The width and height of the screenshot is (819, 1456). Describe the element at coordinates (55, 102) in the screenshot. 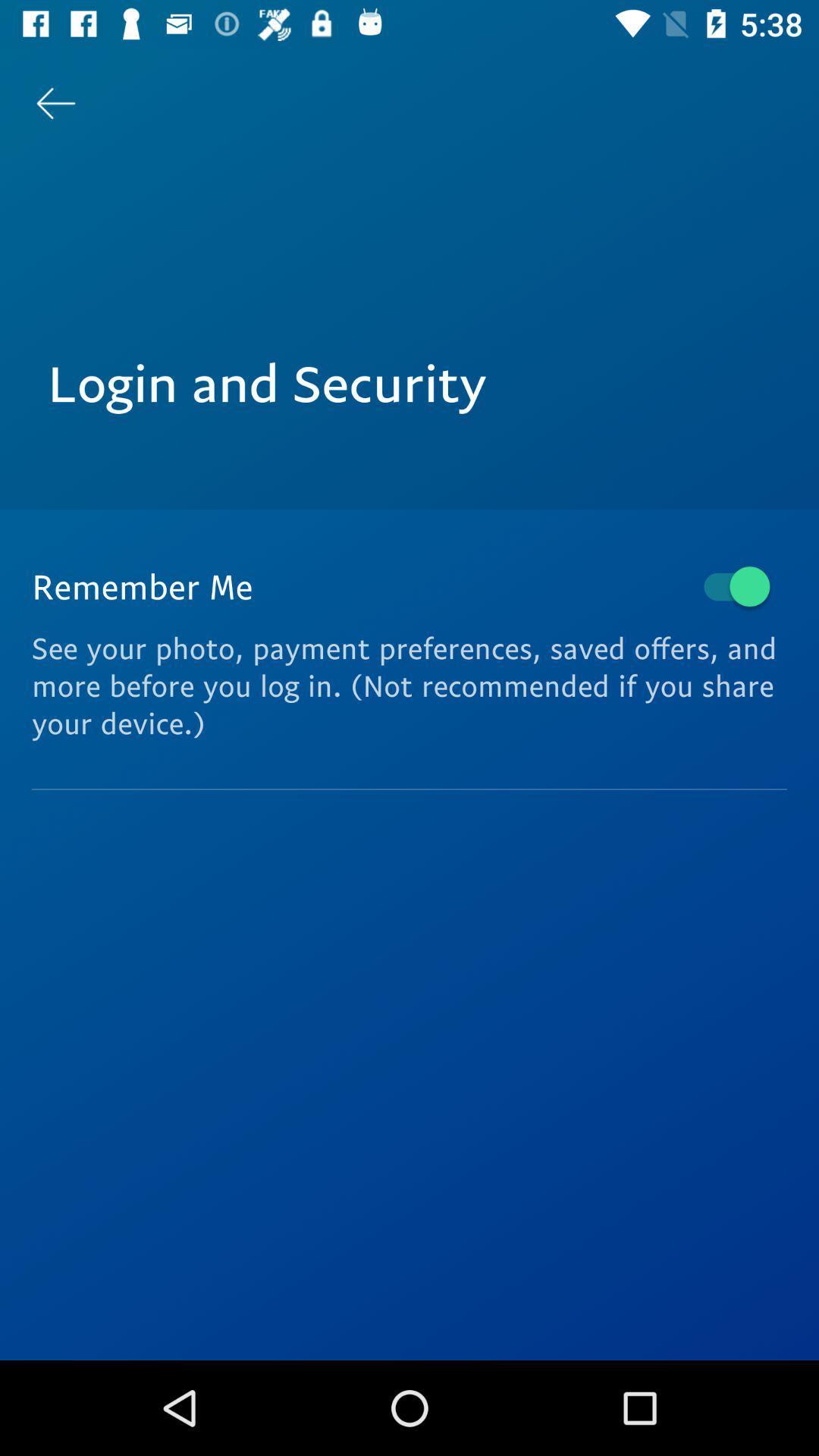

I see `item at the top left corner` at that location.